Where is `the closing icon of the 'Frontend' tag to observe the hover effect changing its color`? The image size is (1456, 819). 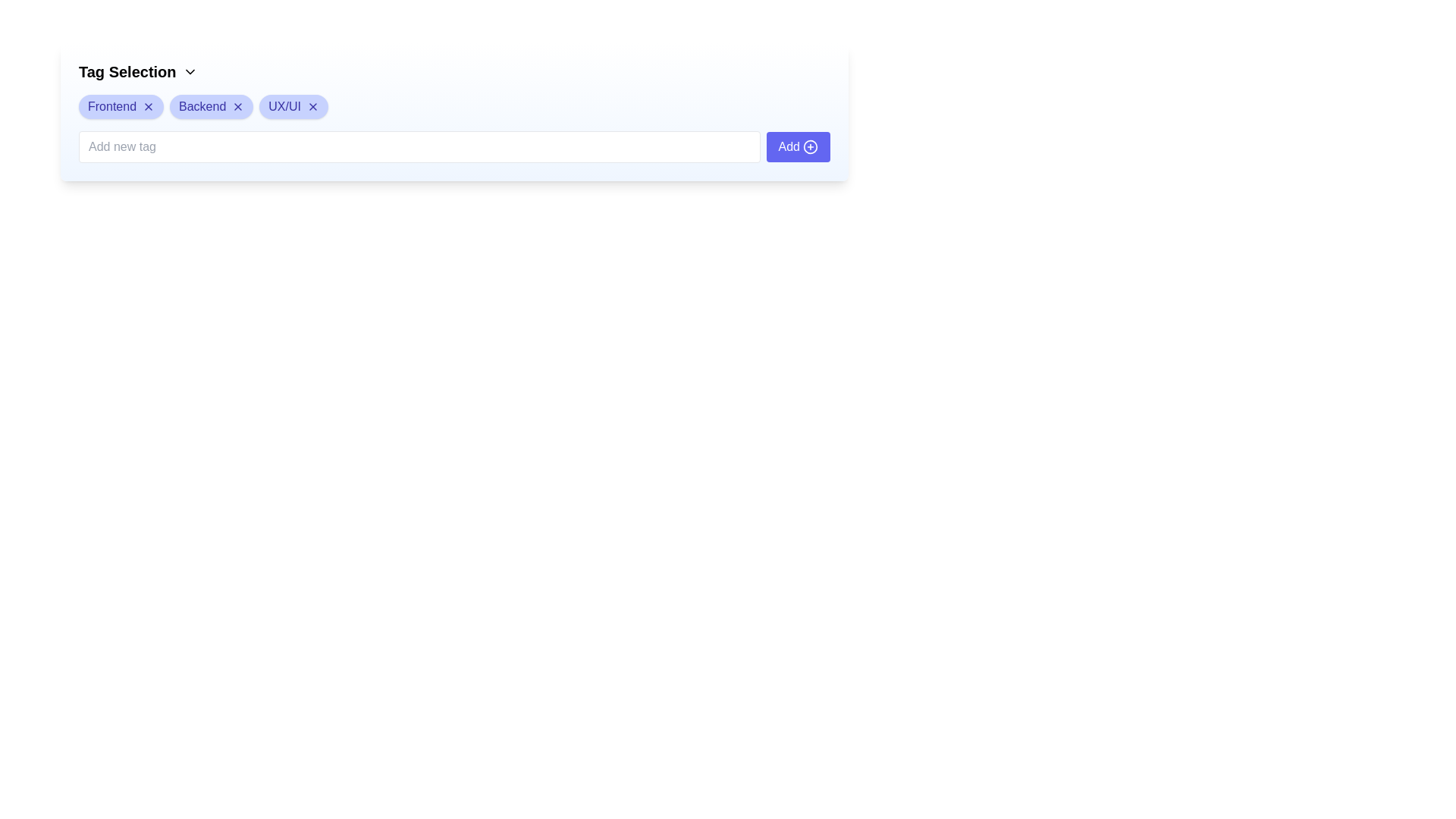 the closing icon of the 'Frontend' tag to observe the hover effect changing its color is located at coordinates (149, 106).